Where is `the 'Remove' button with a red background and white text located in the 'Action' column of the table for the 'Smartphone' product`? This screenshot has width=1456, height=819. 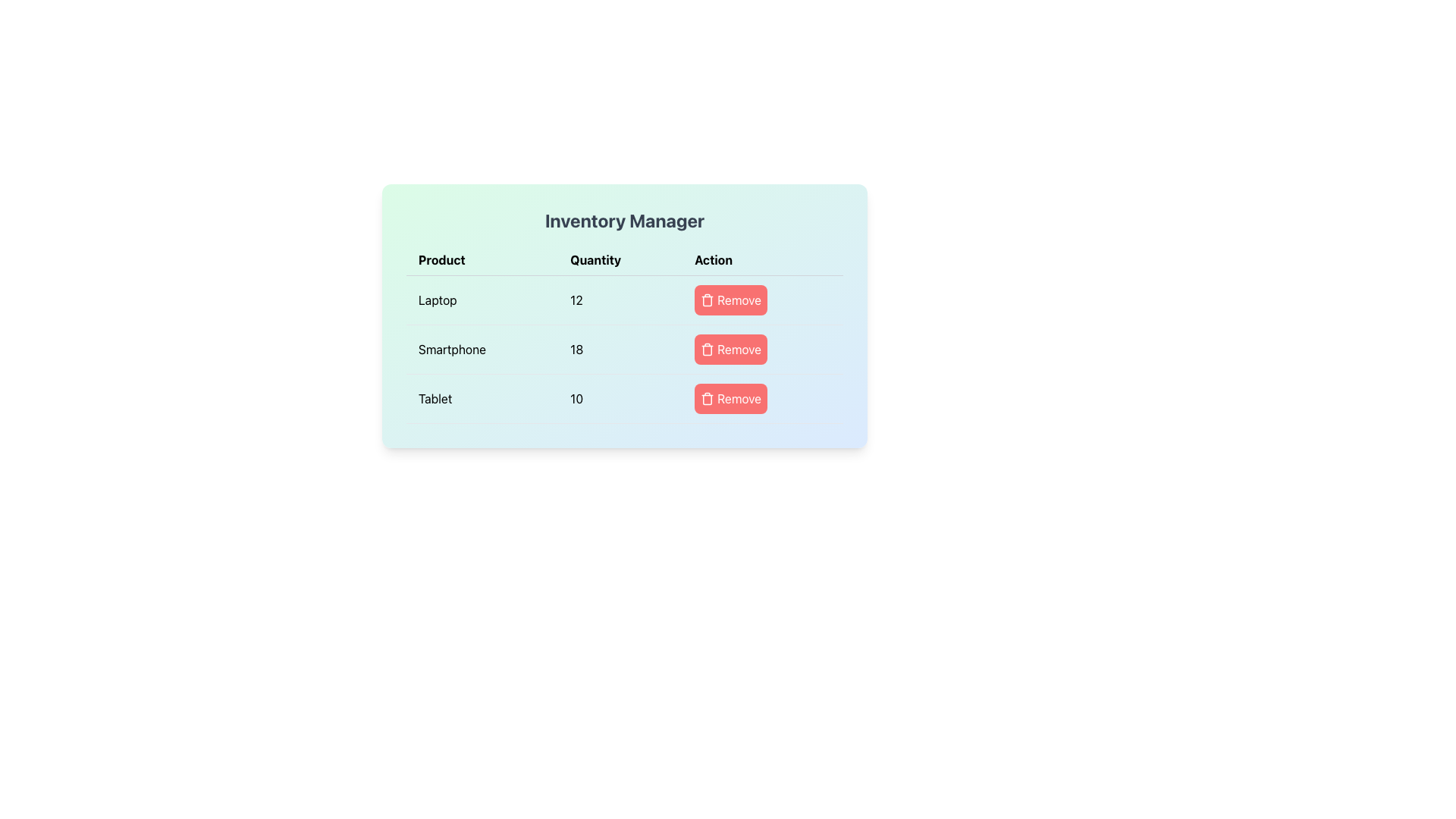
the 'Remove' button with a red background and white text located in the 'Action' column of the table for the 'Smartphone' product is located at coordinates (731, 350).